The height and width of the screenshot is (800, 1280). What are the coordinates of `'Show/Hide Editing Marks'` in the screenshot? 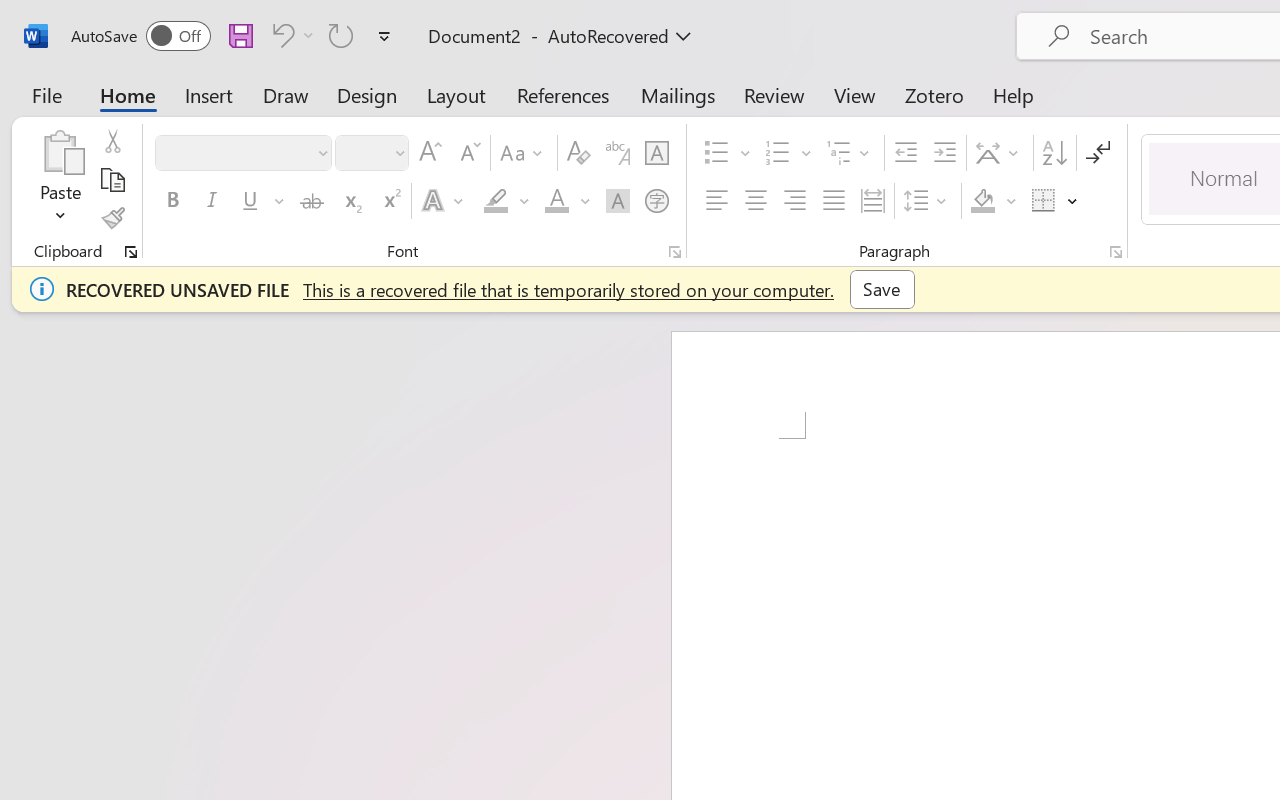 It's located at (1097, 153).